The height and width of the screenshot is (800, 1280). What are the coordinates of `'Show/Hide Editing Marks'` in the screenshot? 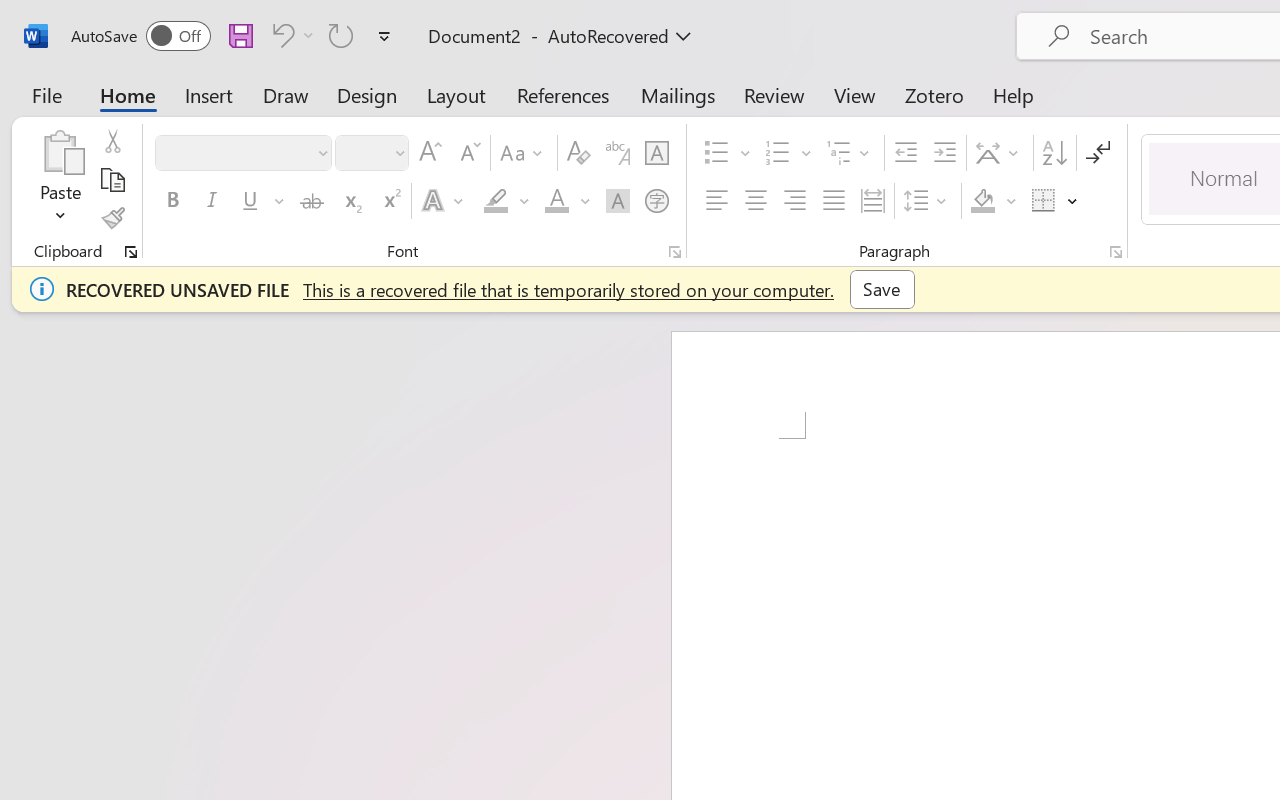 It's located at (1097, 153).